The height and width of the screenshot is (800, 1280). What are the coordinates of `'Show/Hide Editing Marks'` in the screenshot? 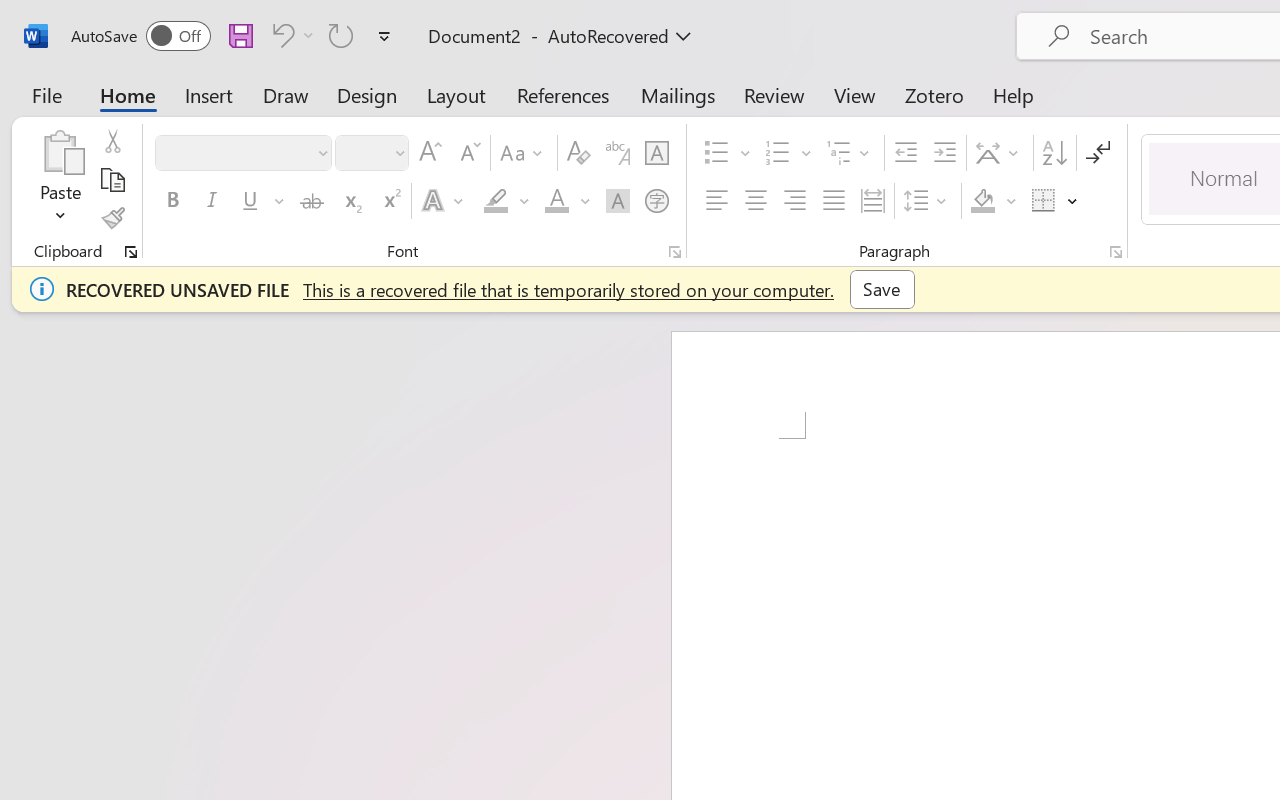 It's located at (1097, 153).